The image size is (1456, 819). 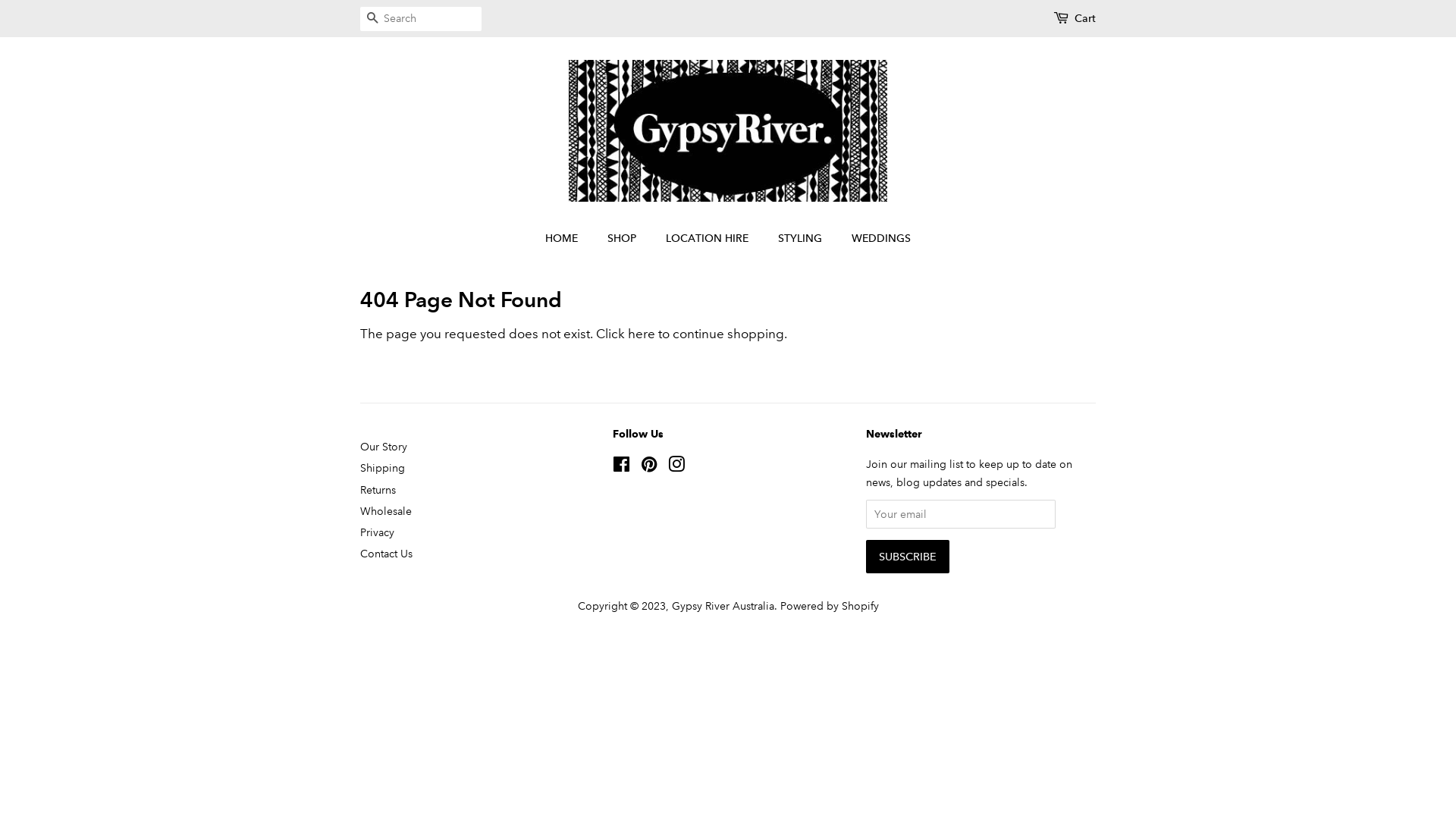 I want to click on 'Privacy', so click(x=377, y=532).